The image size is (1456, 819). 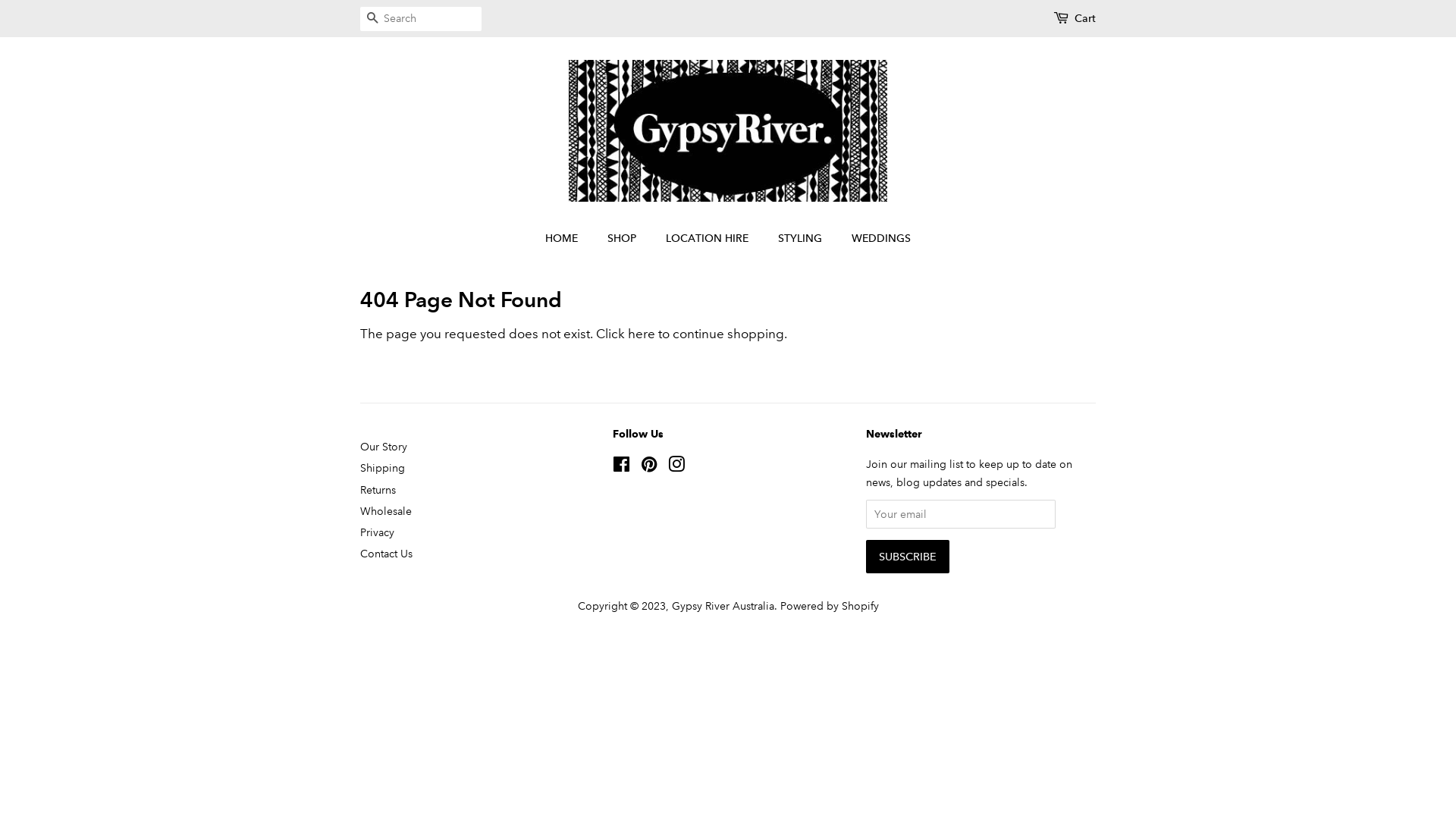 I want to click on 'Privacy', so click(x=377, y=532).